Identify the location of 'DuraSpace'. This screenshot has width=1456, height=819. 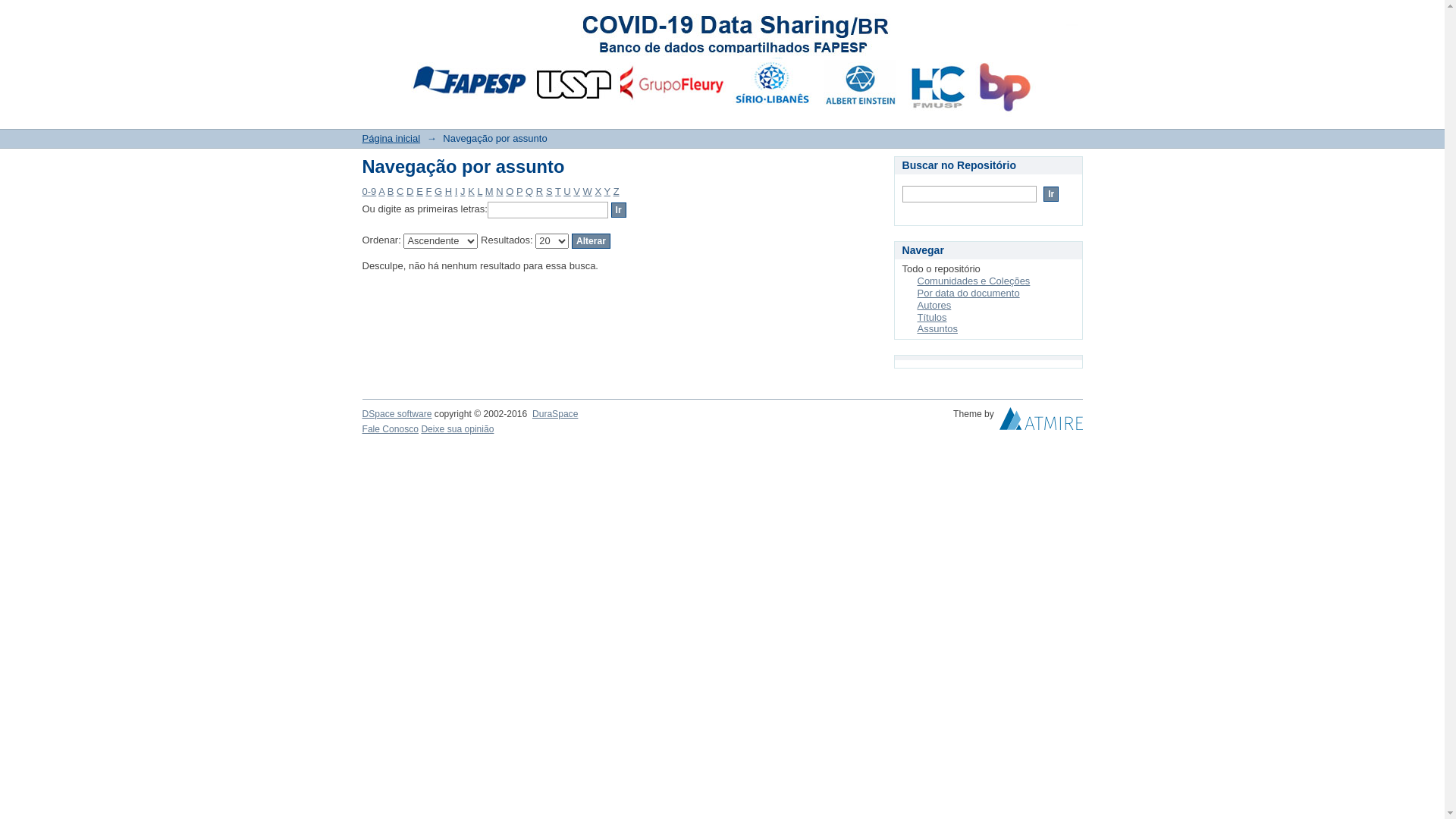
(554, 414).